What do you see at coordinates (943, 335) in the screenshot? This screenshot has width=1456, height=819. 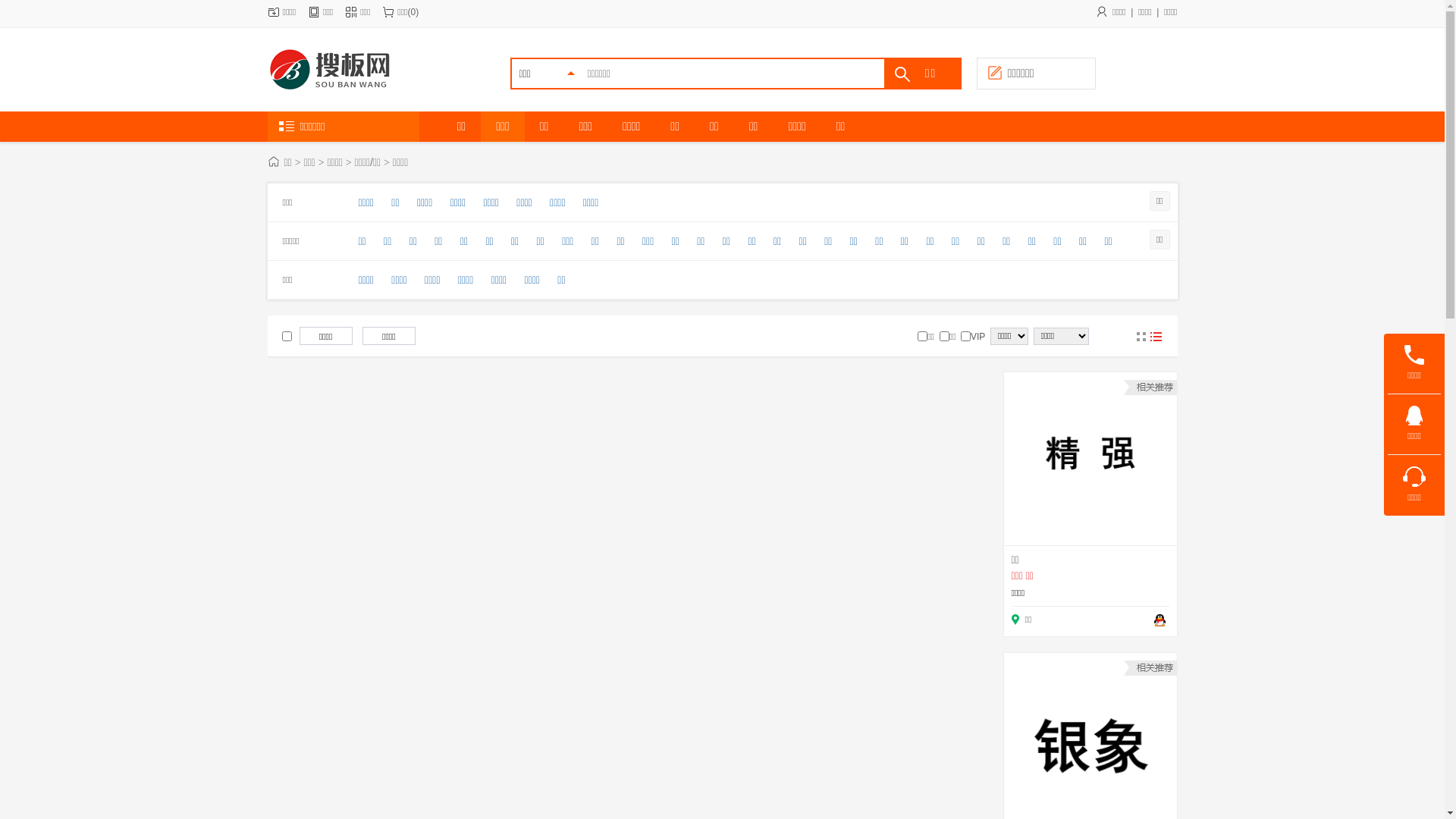 I see `'on'` at bounding box center [943, 335].